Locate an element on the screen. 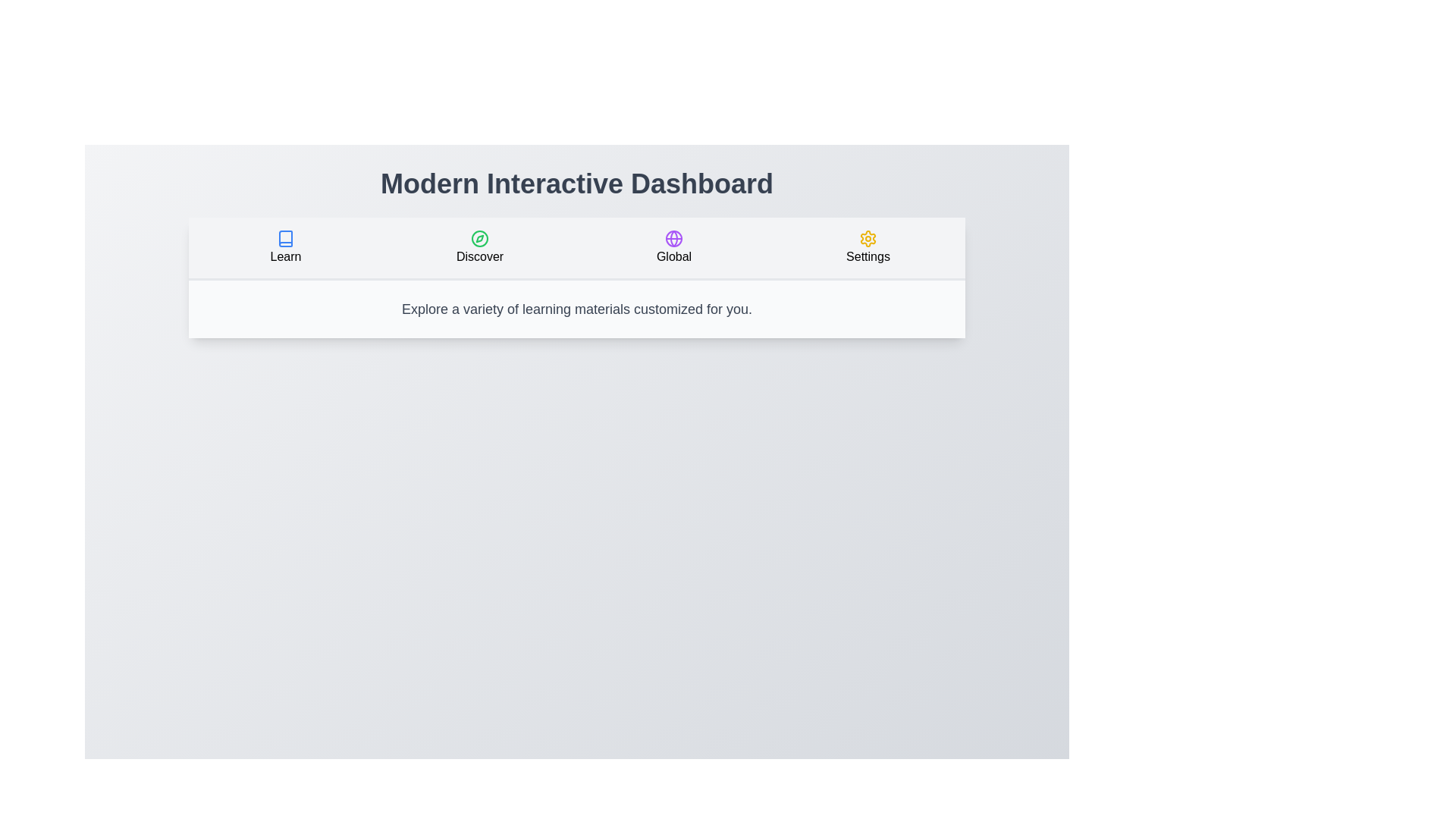 The height and width of the screenshot is (819, 1456). the 'Settings' navigation button located as the rightmost item in the horizontal navigation menu below the main header 'Modern Interactive Dashboard' is located at coordinates (868, 247).